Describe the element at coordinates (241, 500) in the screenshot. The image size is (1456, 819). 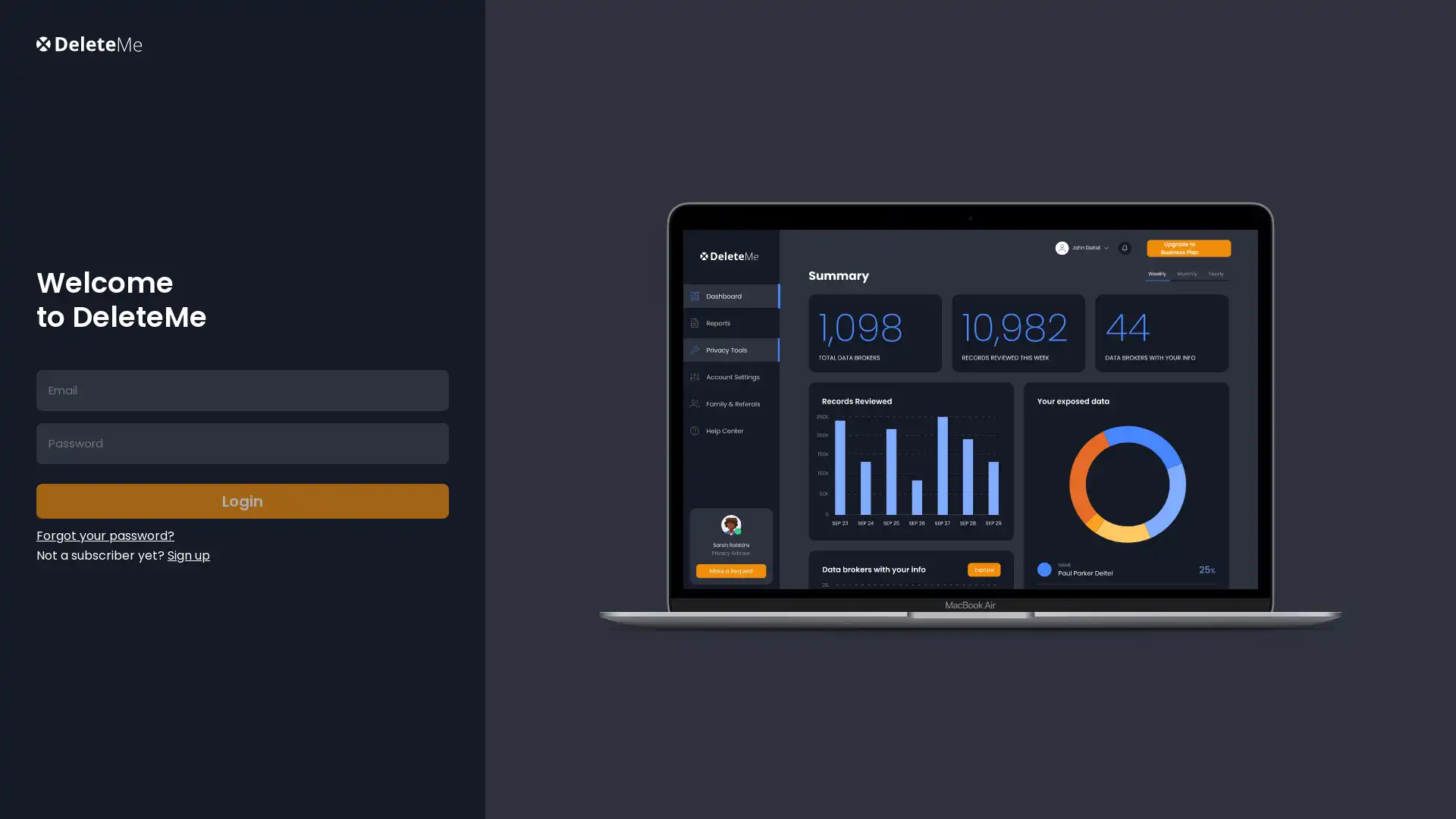
I see `Login` at that location.